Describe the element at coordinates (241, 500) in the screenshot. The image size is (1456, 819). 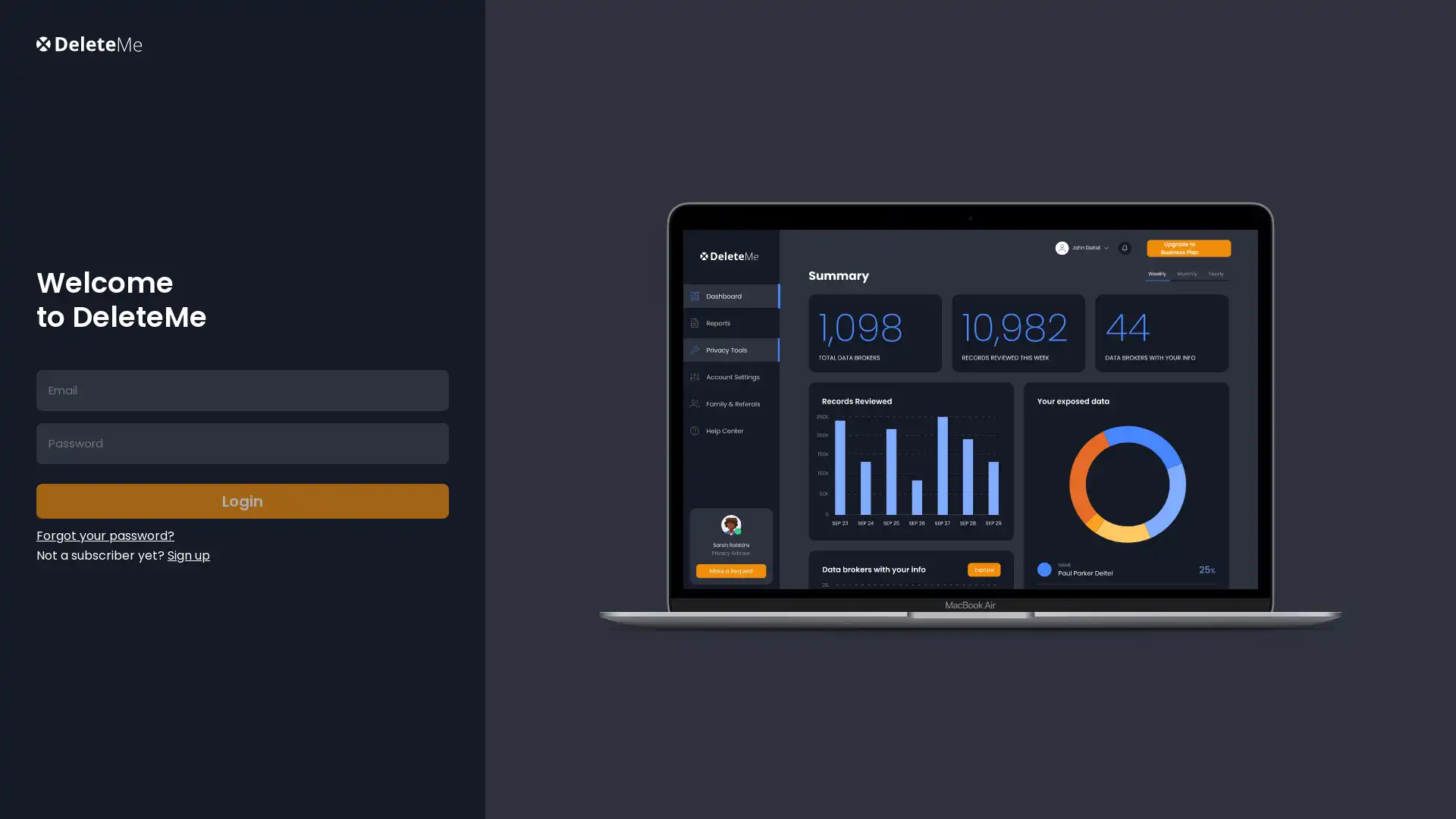
I see `Login` at that location.